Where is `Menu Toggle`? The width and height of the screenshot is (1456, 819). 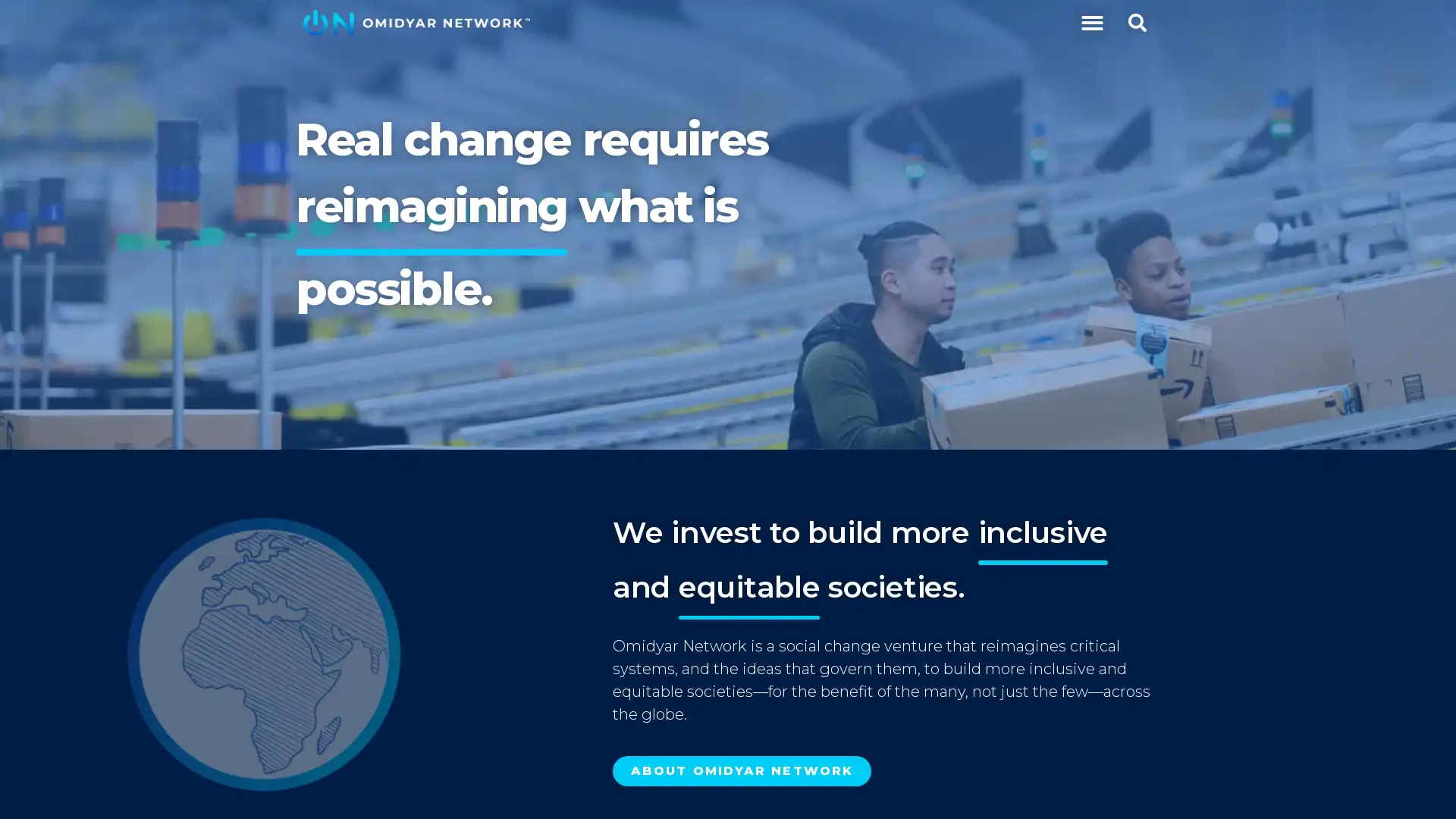
Menu Toggle is located at coordinates (1090, 23).